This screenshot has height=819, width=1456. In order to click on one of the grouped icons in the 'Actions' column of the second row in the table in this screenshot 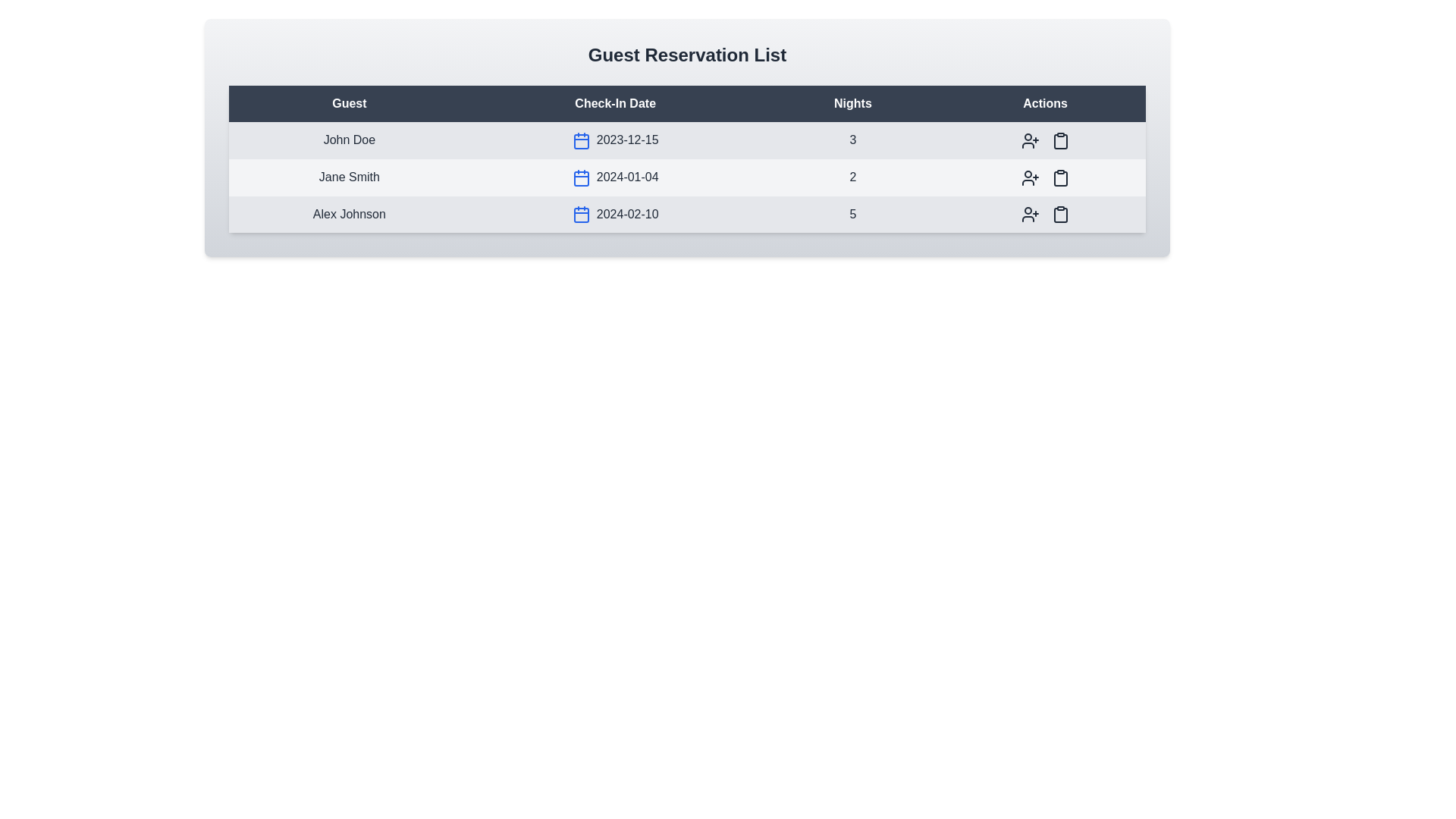, I will do `click(1043, 177)`.